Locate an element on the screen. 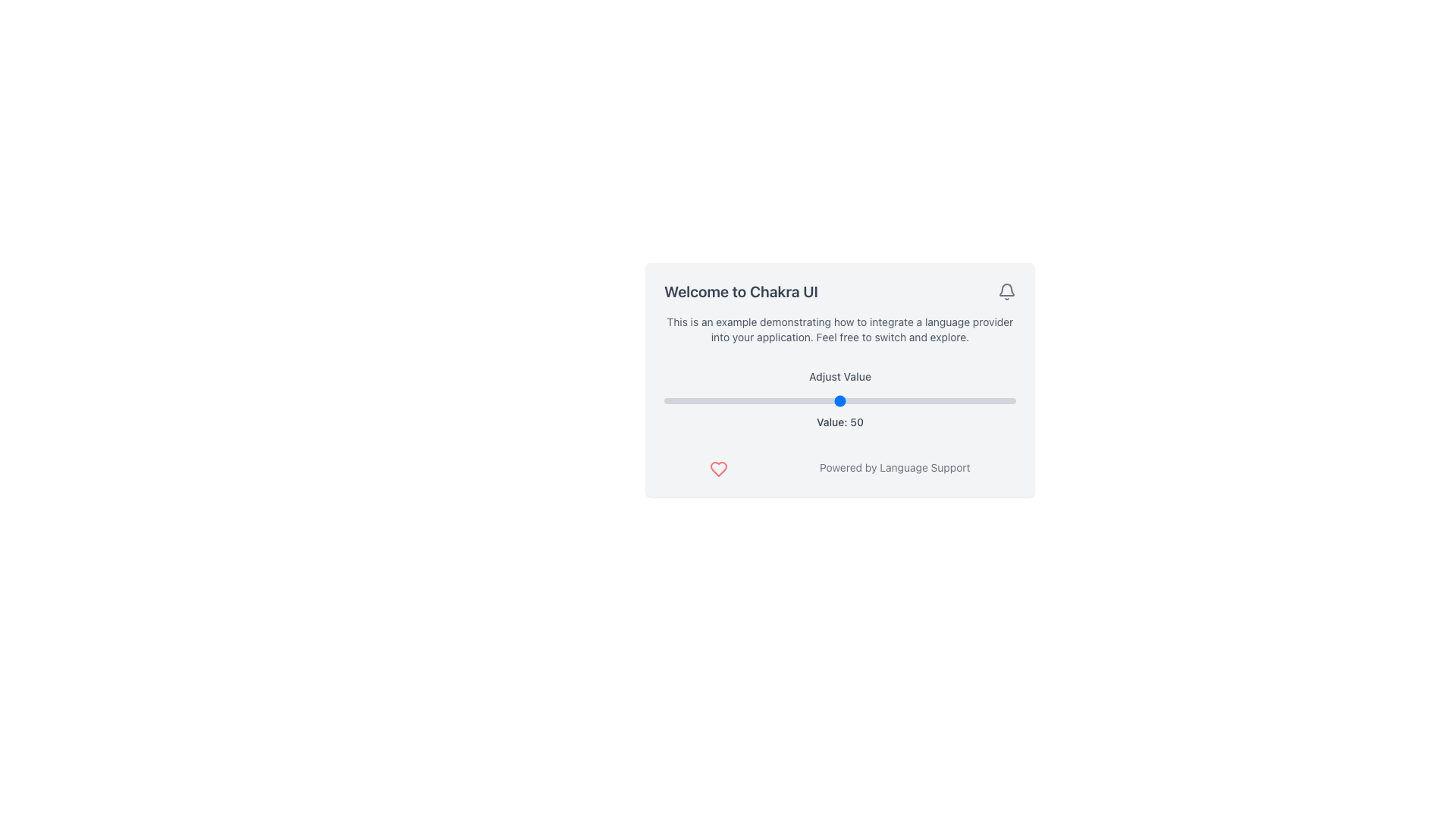  the slider value is located at coordinates (825, 400).